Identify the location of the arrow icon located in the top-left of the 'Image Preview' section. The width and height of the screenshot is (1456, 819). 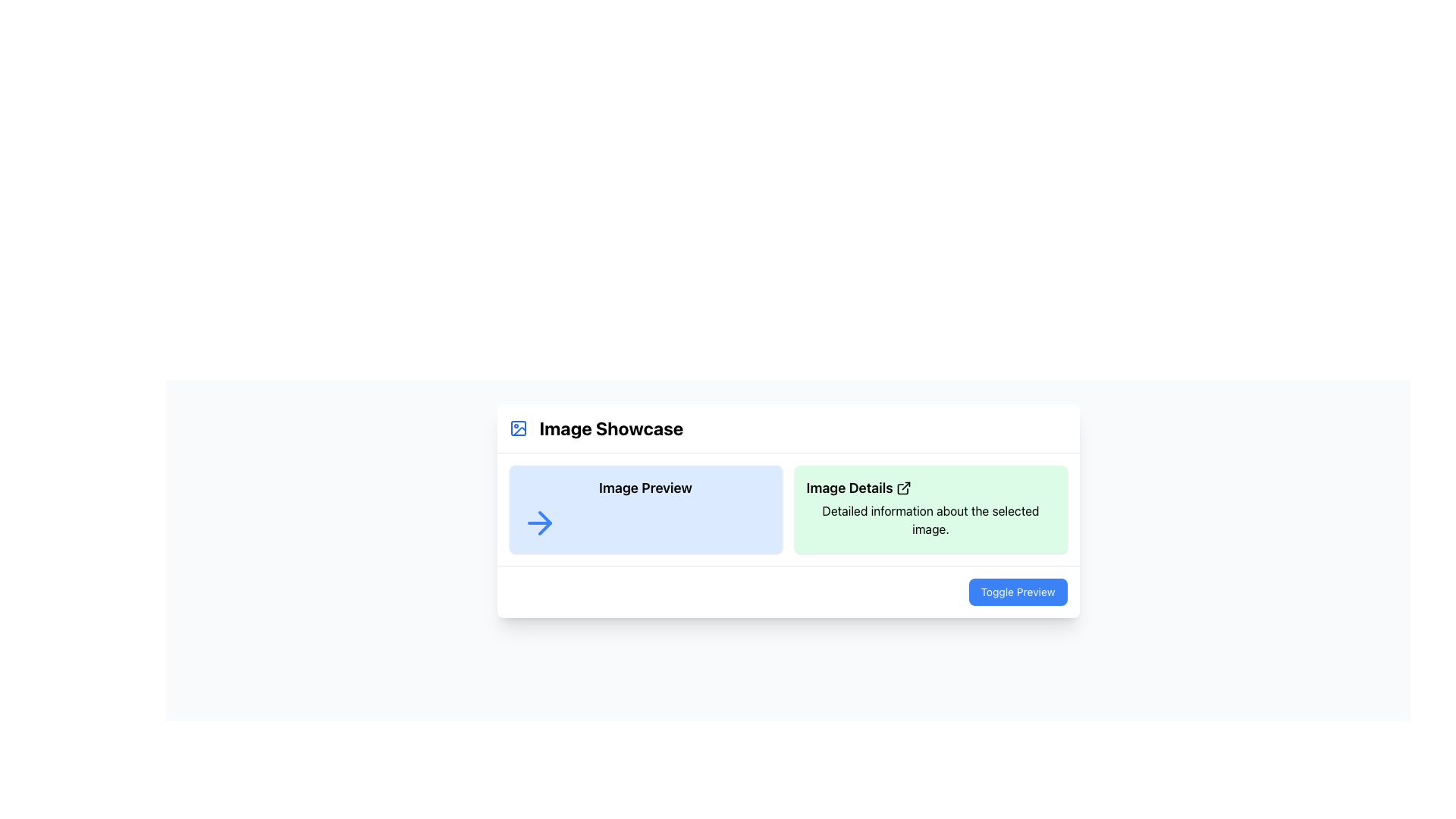
(539, 522).